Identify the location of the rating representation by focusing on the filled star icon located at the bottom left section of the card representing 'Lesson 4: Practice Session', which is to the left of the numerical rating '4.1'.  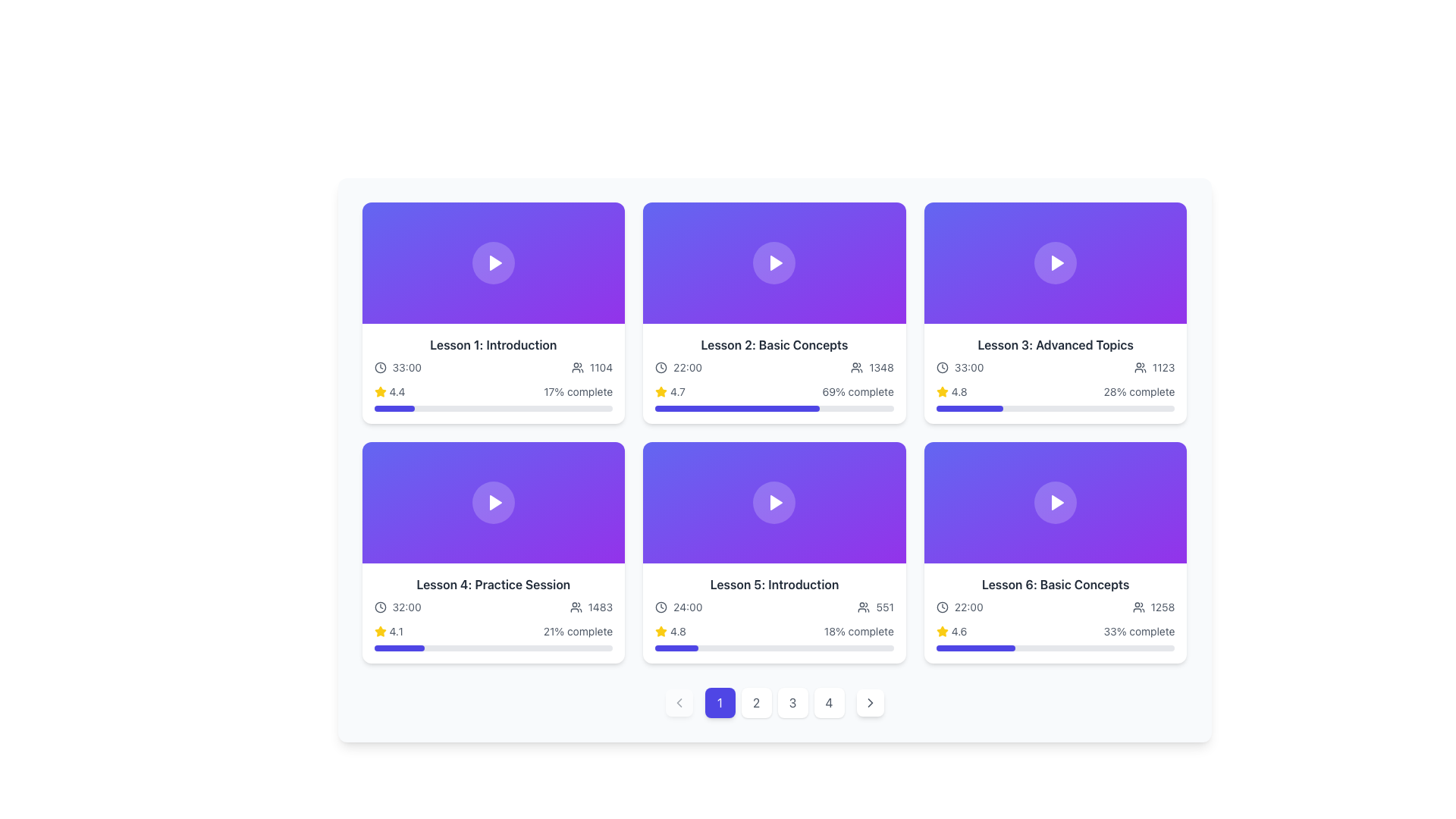
(380, 632).